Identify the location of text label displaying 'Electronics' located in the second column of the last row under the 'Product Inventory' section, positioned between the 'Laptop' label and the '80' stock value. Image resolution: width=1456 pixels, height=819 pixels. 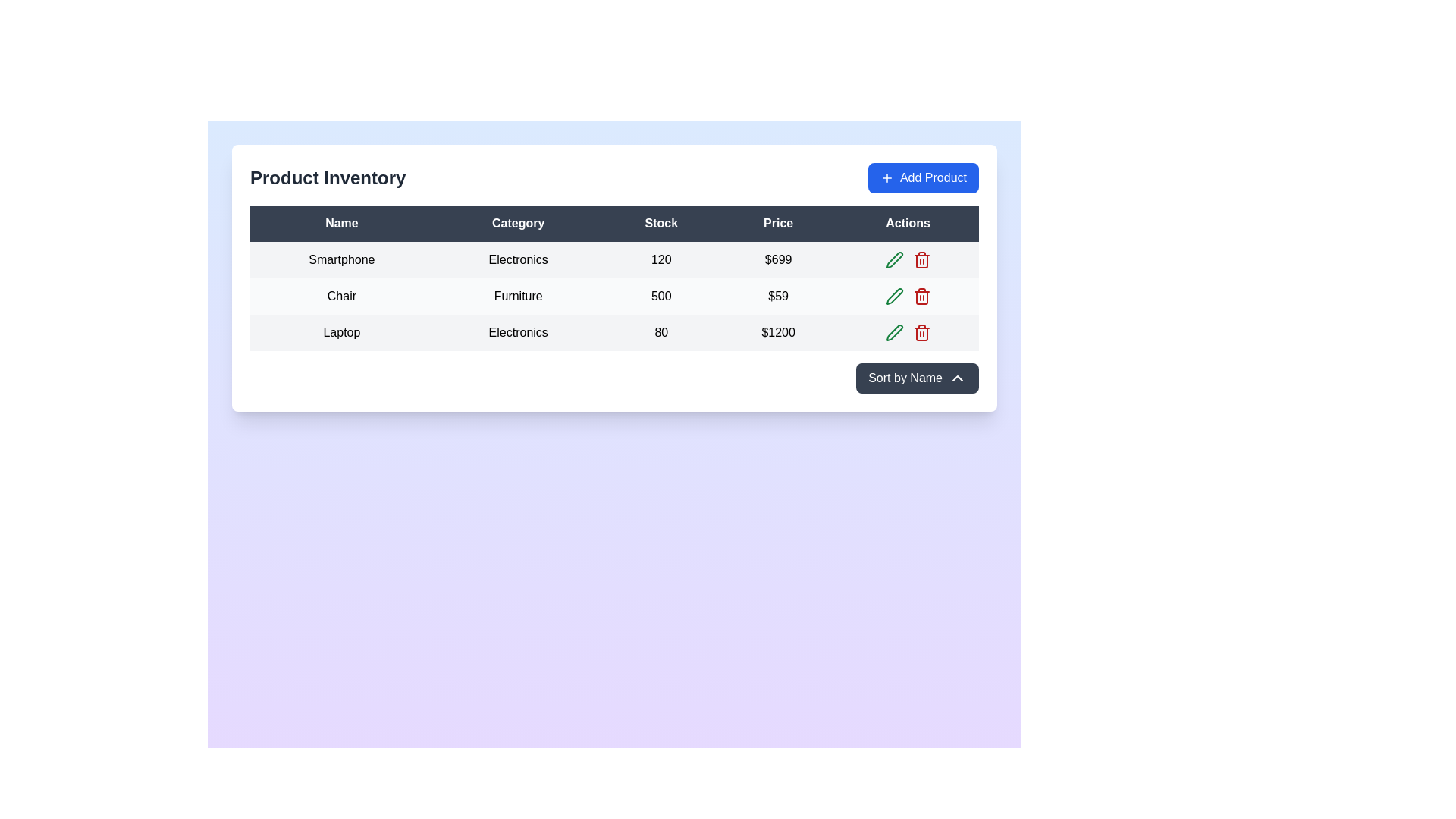
(518, 332).